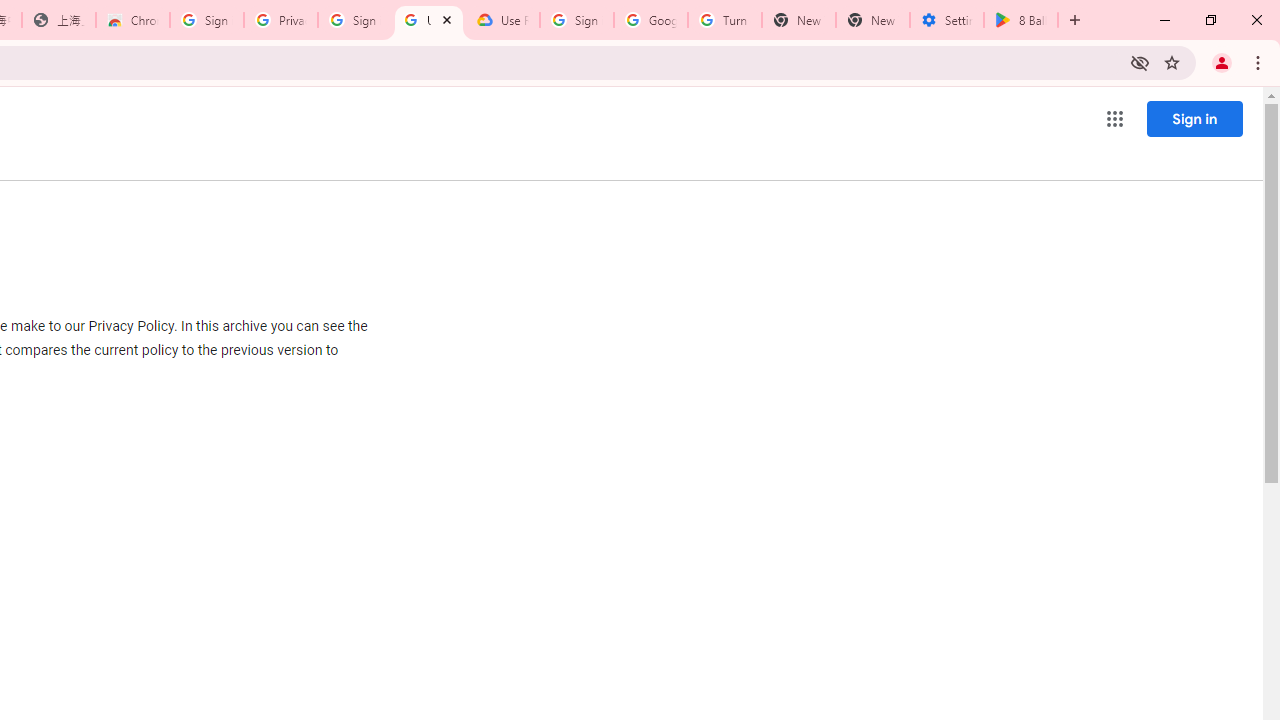 The width and height of the screenshot is (1280, 720). What do you see at coordinates (872, 20) in the screenshot?
I see `'New Tab'` at bounding box center [872, 20].